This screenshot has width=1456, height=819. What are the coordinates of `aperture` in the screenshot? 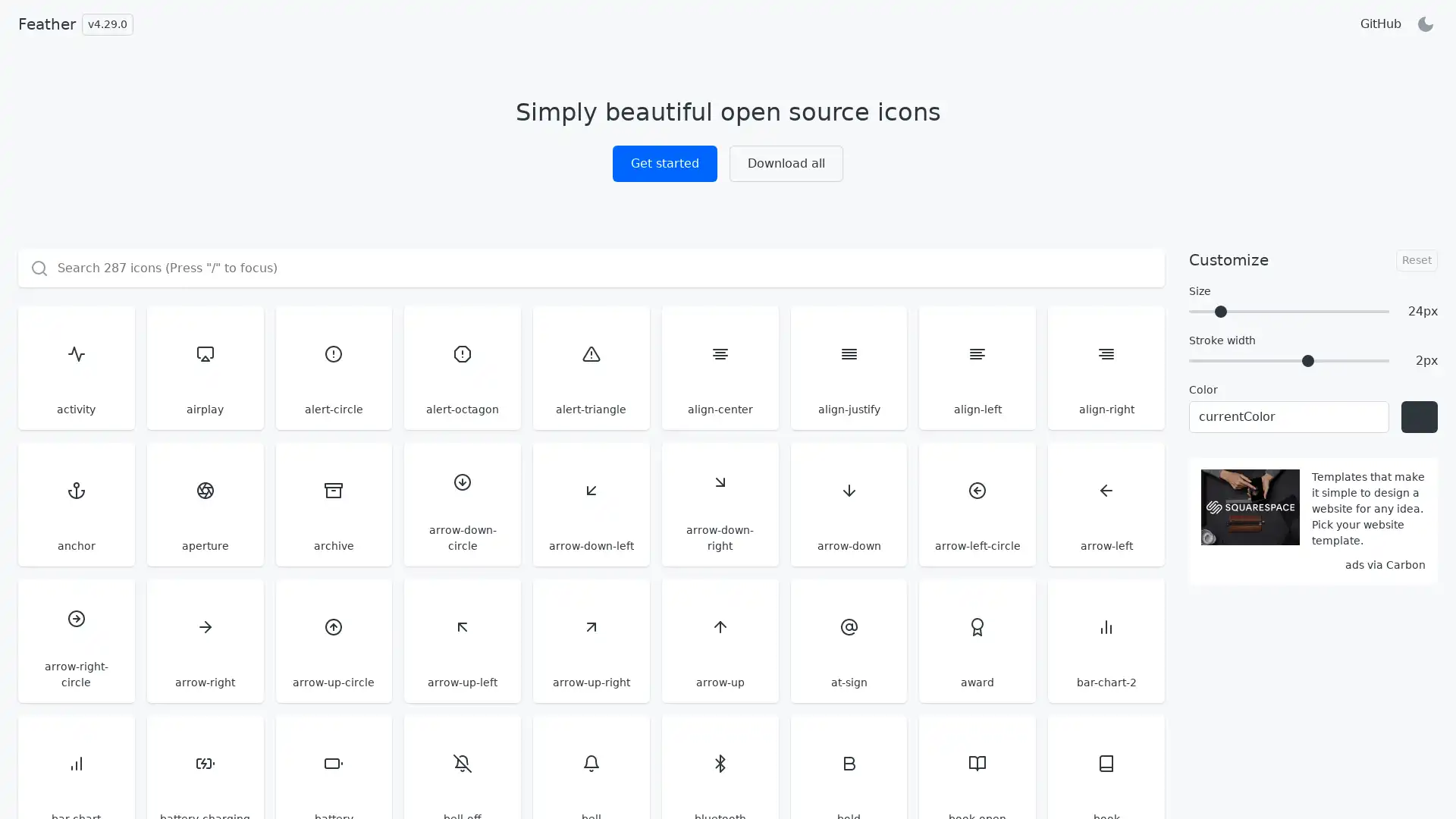 It's located at (203, 504).